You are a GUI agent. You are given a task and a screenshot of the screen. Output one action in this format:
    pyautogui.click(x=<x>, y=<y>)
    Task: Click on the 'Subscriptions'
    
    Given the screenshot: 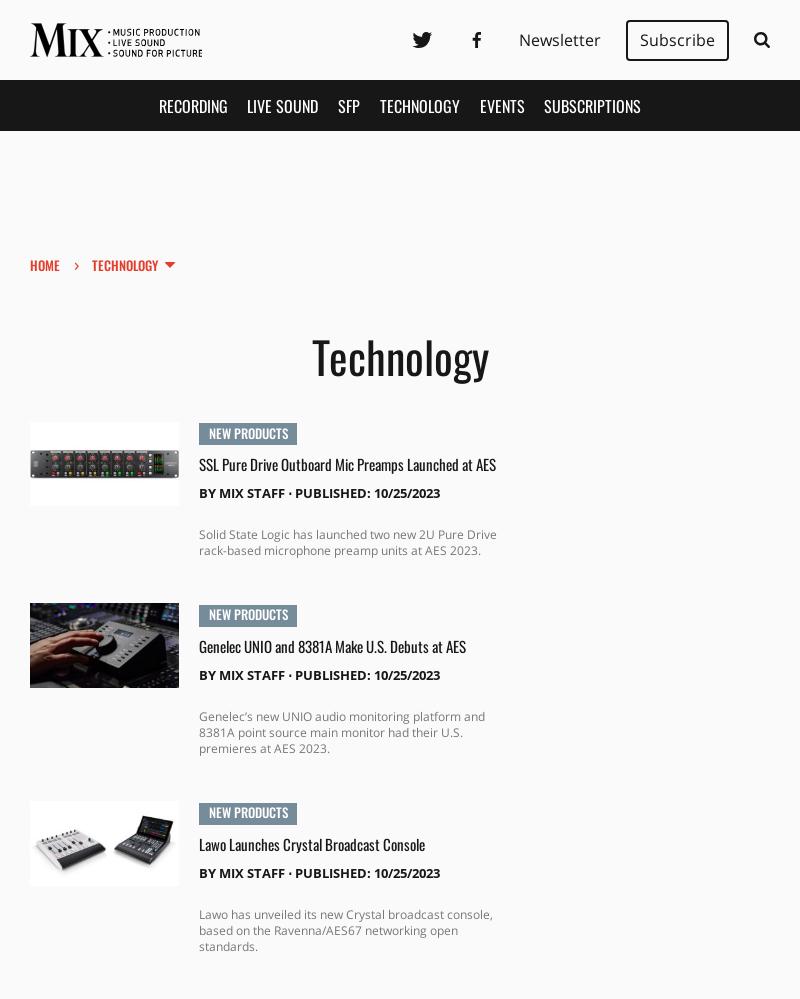 What is the action you would take?
    pyautogui.click(x=591, y=104)
    